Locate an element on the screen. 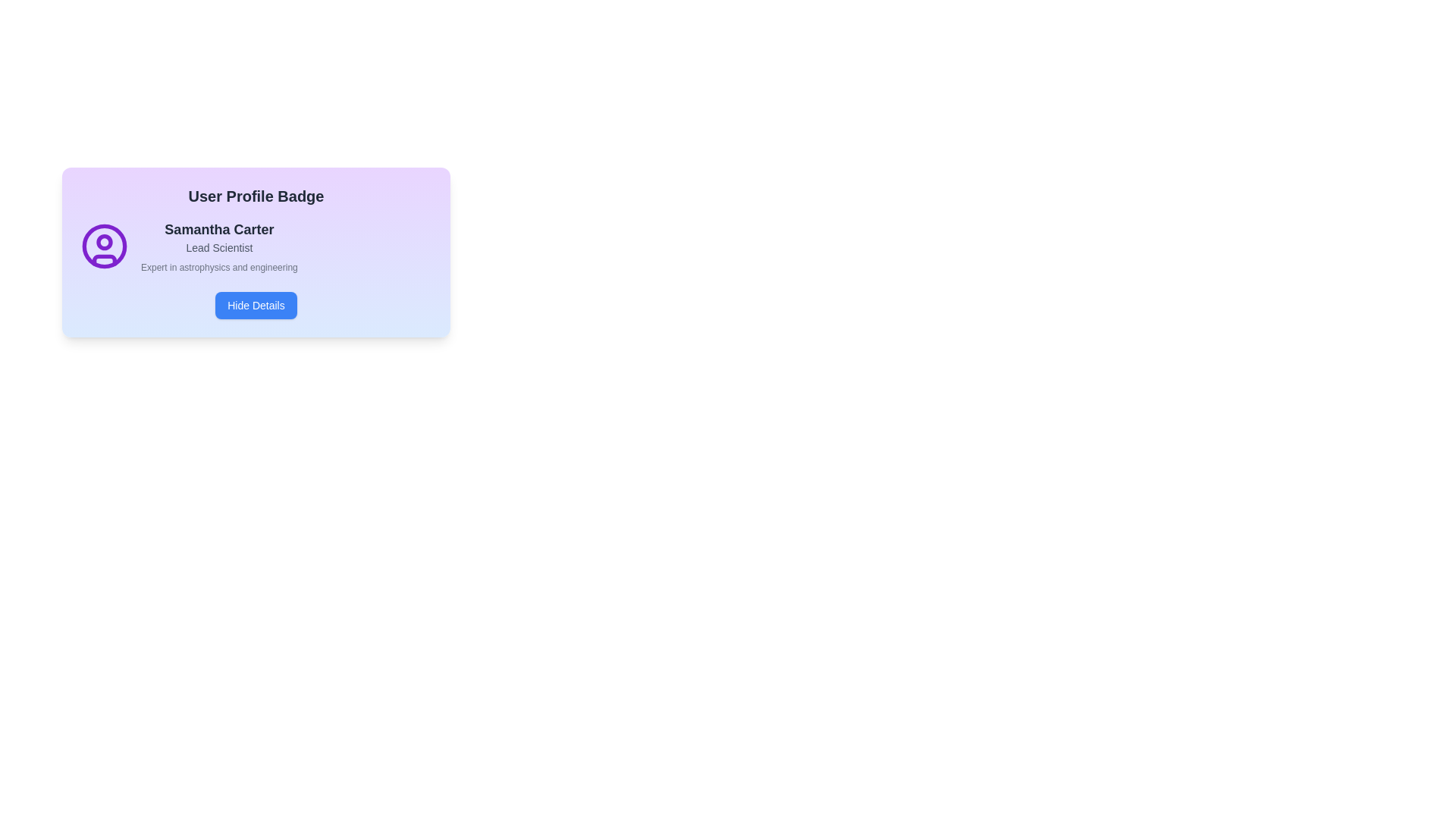  the 'Hide Details' button, which is a bright blue rectangular button with rounded corners, located at the bottom-center of the 'User Profile Badge' card layout is located at coordinates (256, 305).